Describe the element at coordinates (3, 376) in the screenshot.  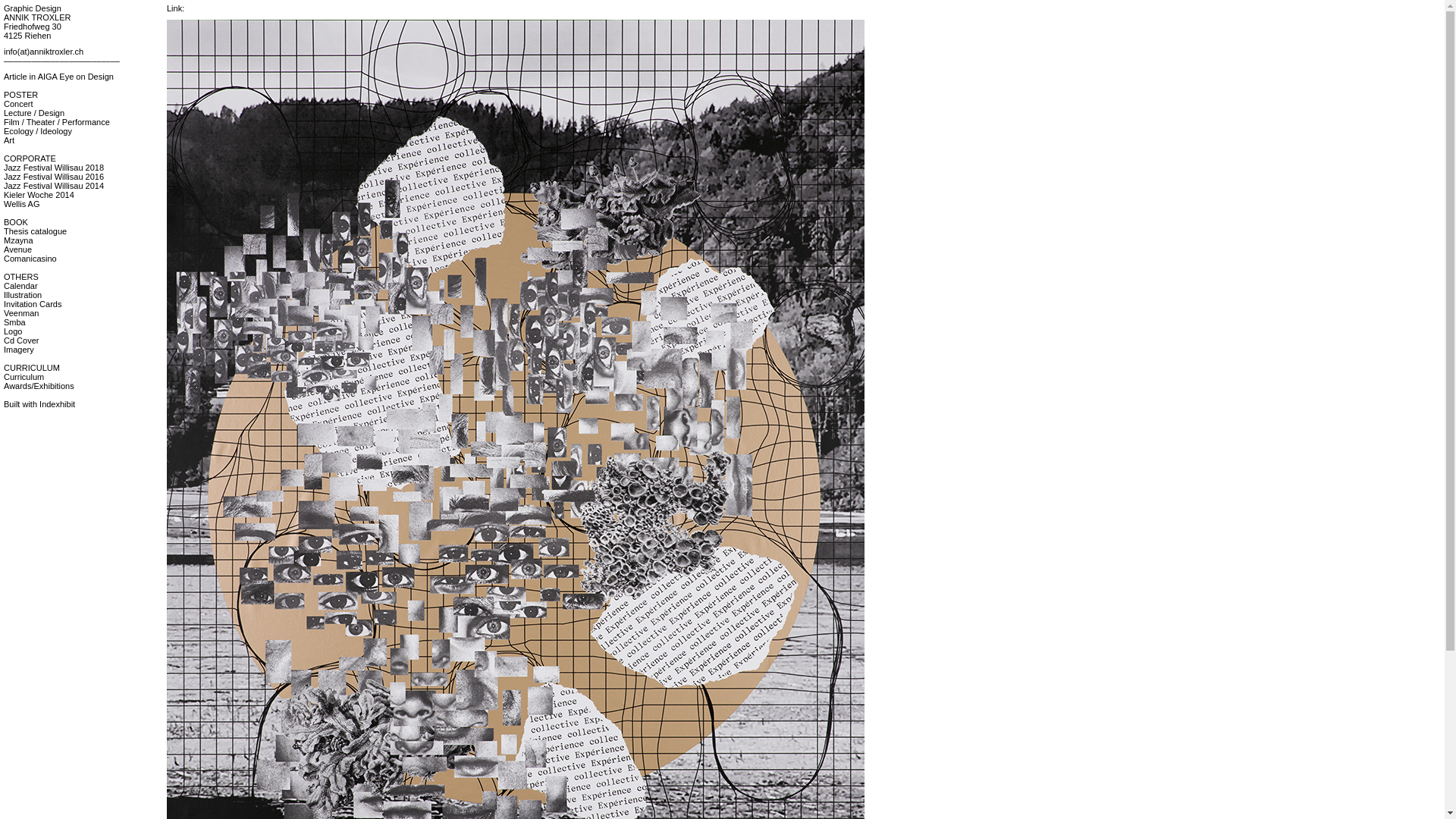
I see `'Curriculum'` at that location.